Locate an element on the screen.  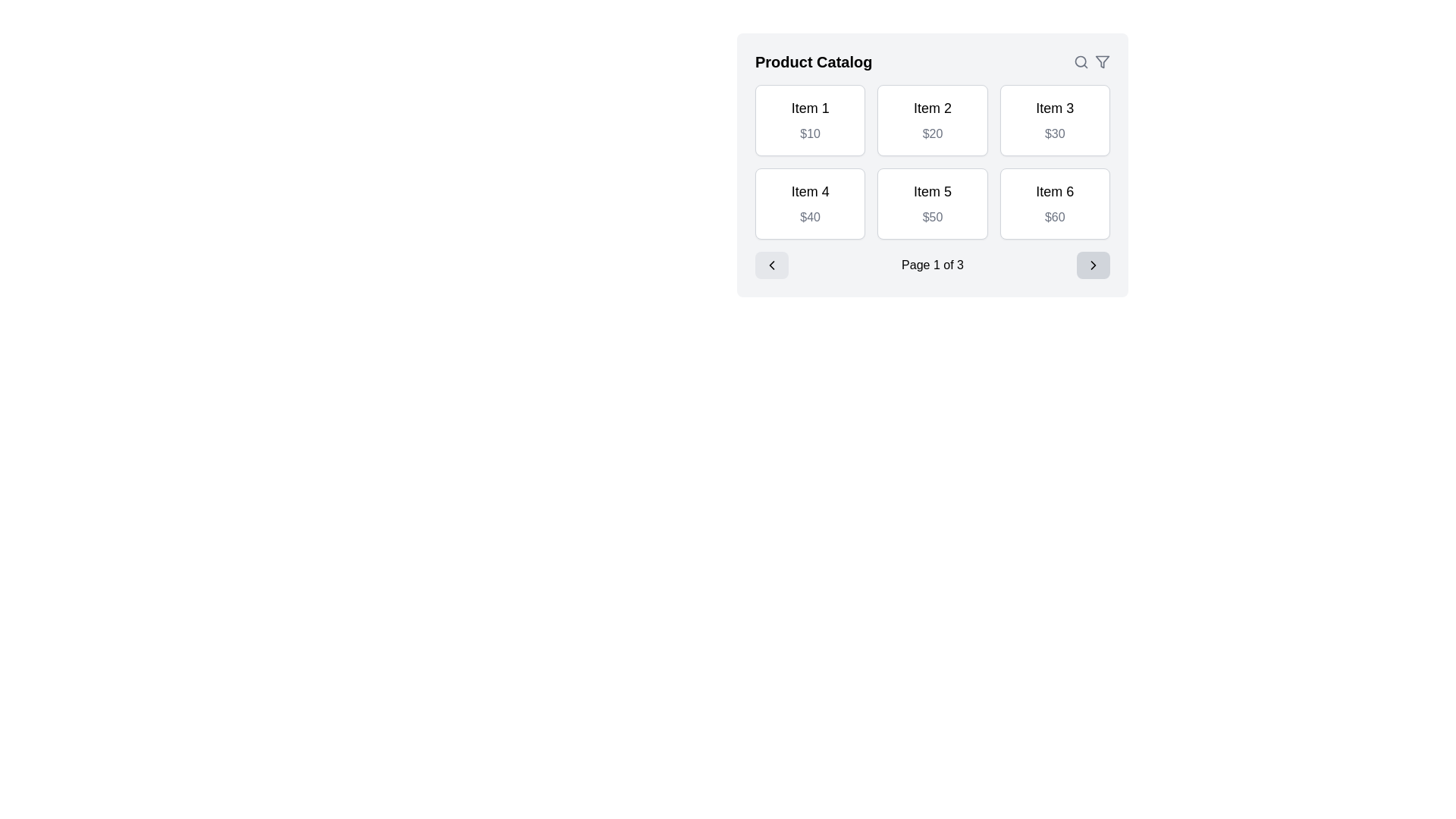
the forward navigation arrow icon located within a rounded rectangular button at the bottom-right corner of the product catalog card is located at coordinates (1093, 265).